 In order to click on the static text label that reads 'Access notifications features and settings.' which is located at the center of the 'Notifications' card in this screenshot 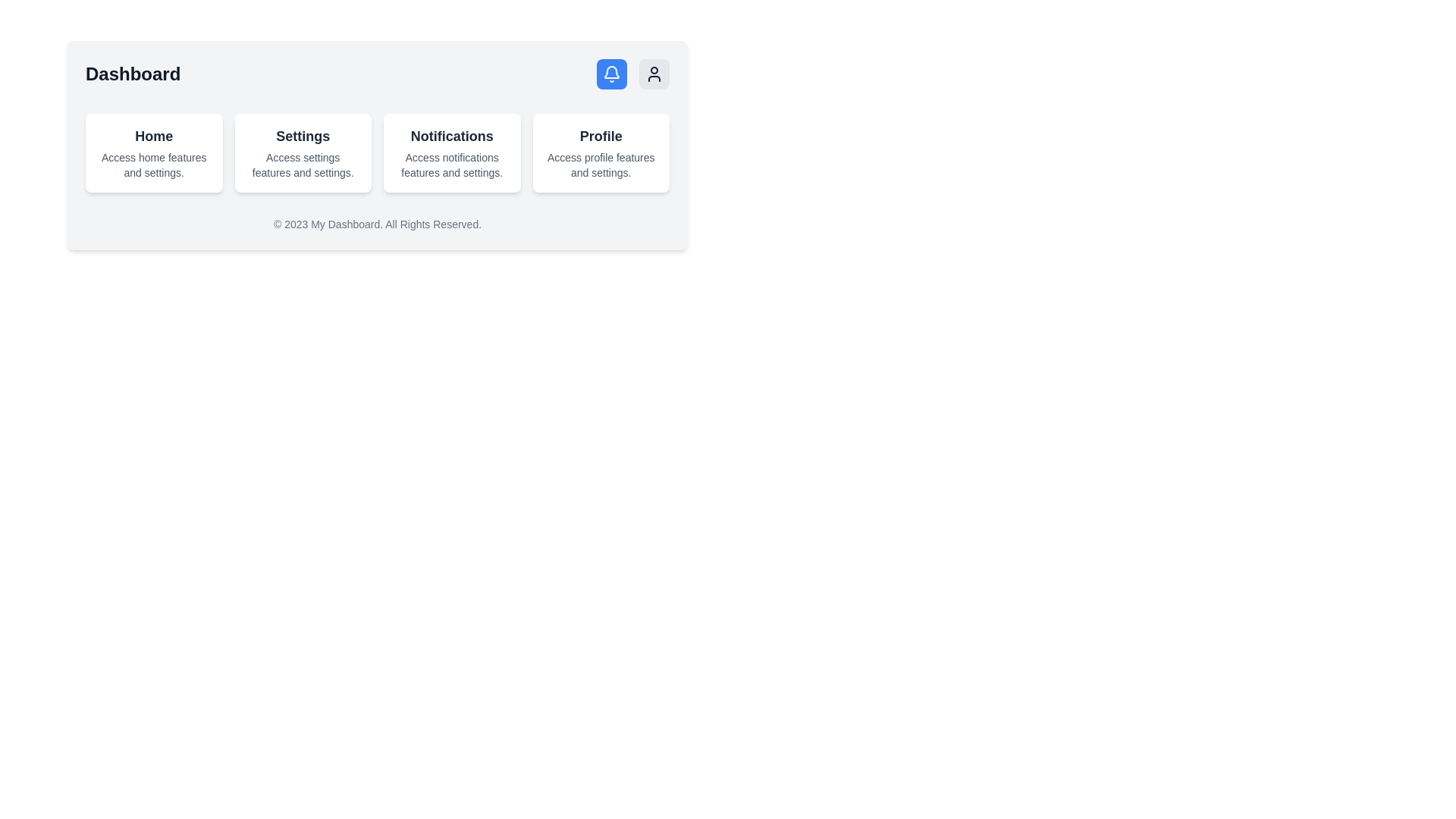, I will do `click(451, 165)`.